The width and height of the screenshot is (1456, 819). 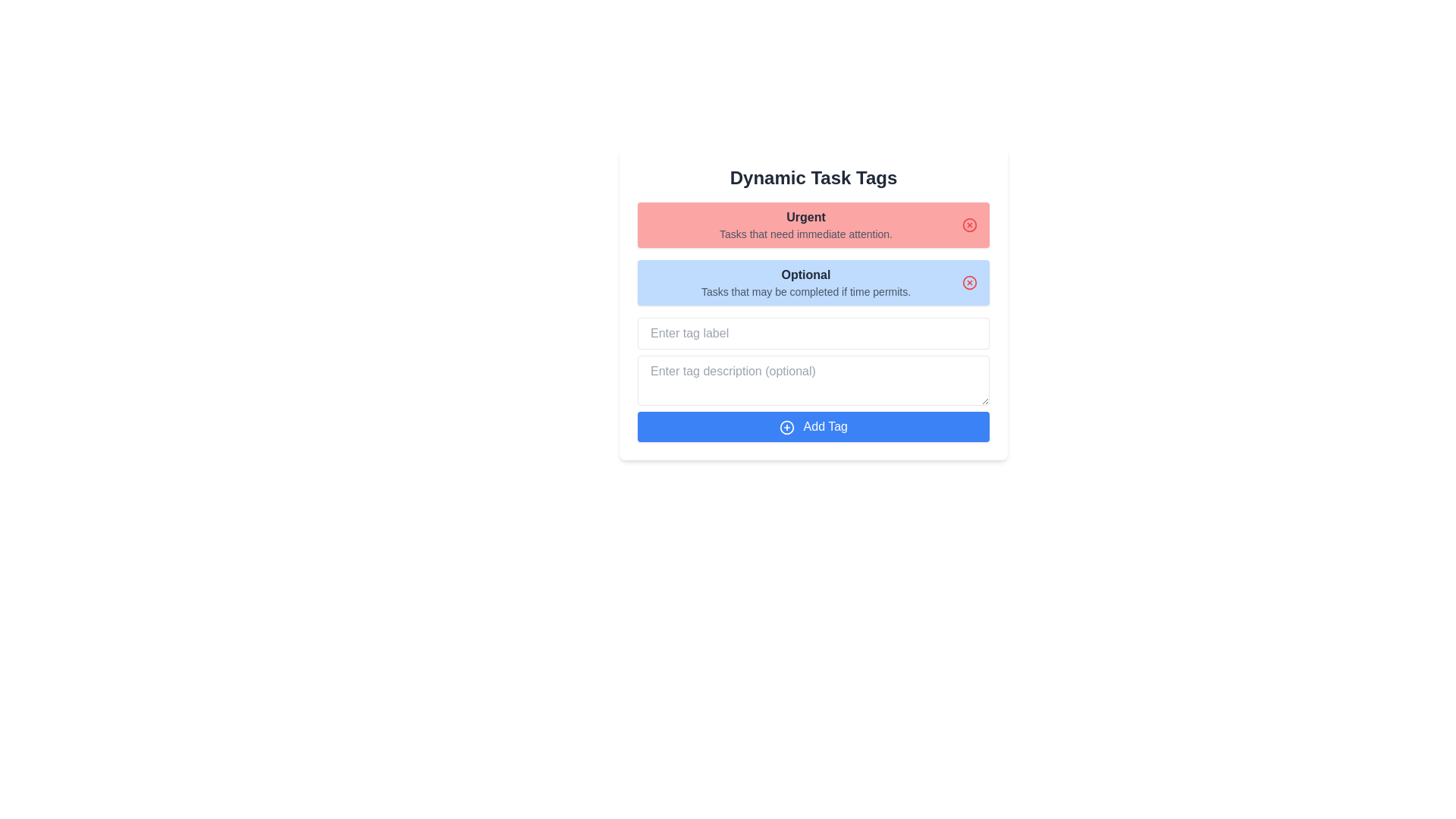 What do you see at coordinates (805, 292) in the screenshot?
I see `the text label displaying the message 'Tasks that may be completed if time permits.' which is located directly below the 'Optional' header in a light blue background` at bounding box center [805, 292].